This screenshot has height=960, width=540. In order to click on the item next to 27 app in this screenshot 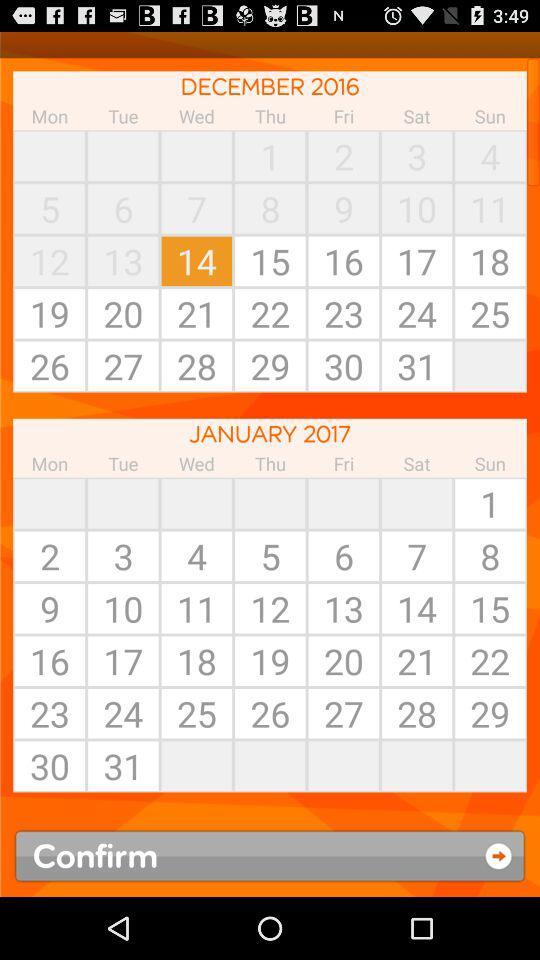, I will do `click(270, 765)`.